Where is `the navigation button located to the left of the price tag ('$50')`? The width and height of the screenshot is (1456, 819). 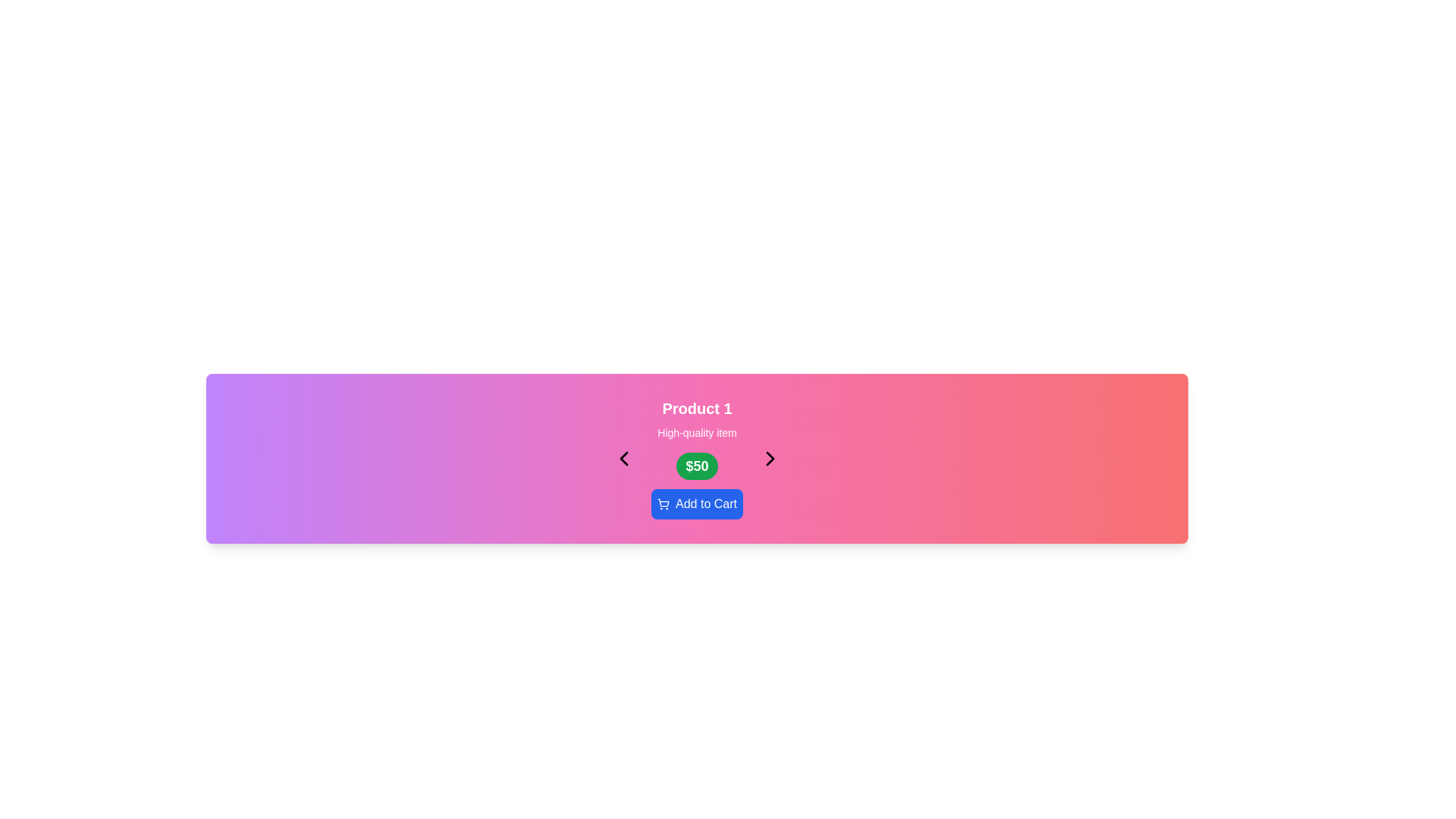 the navigation button located to the left of the price tag ('$50') is located at coordinates (624, 458).